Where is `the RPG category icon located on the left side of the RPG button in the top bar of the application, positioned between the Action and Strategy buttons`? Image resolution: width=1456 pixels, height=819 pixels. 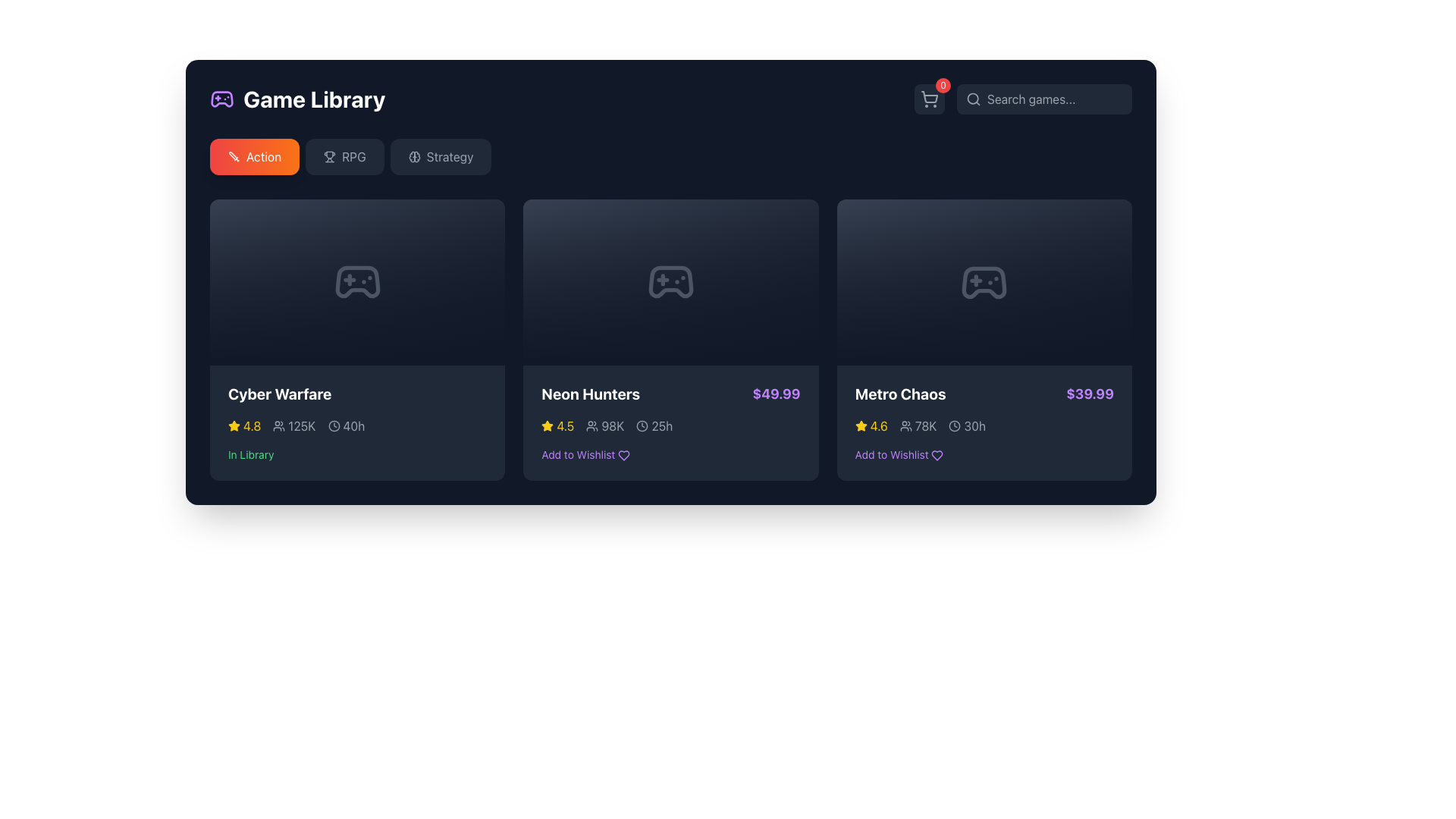
the RPG category icon located on the left side of the RPG button in the top bar of the application, positioned between the Action and Strategy buttons is located at coordinates (329, 157).